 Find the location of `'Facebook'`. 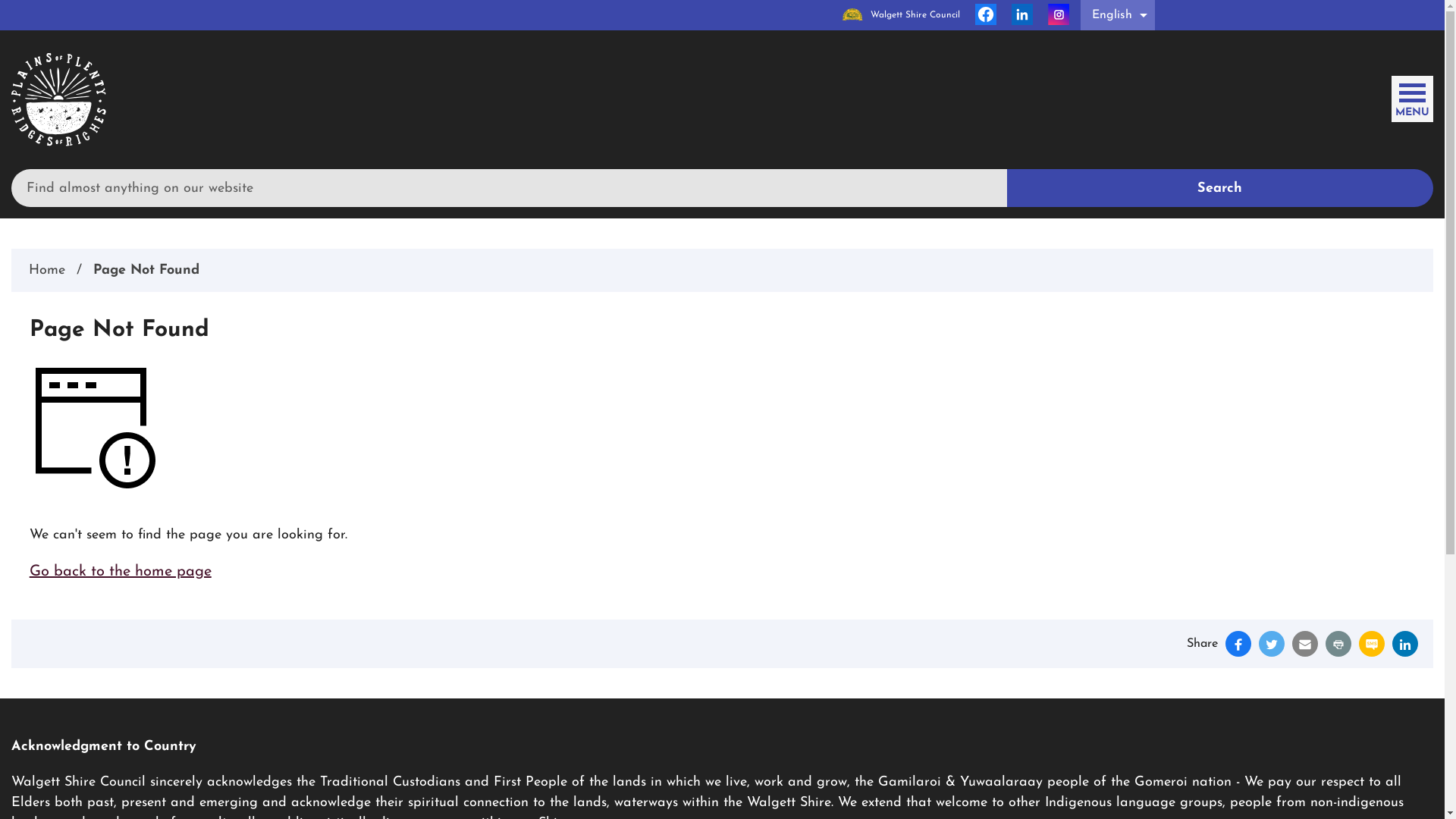

'Facebook' is located at coordinates (986, 14).